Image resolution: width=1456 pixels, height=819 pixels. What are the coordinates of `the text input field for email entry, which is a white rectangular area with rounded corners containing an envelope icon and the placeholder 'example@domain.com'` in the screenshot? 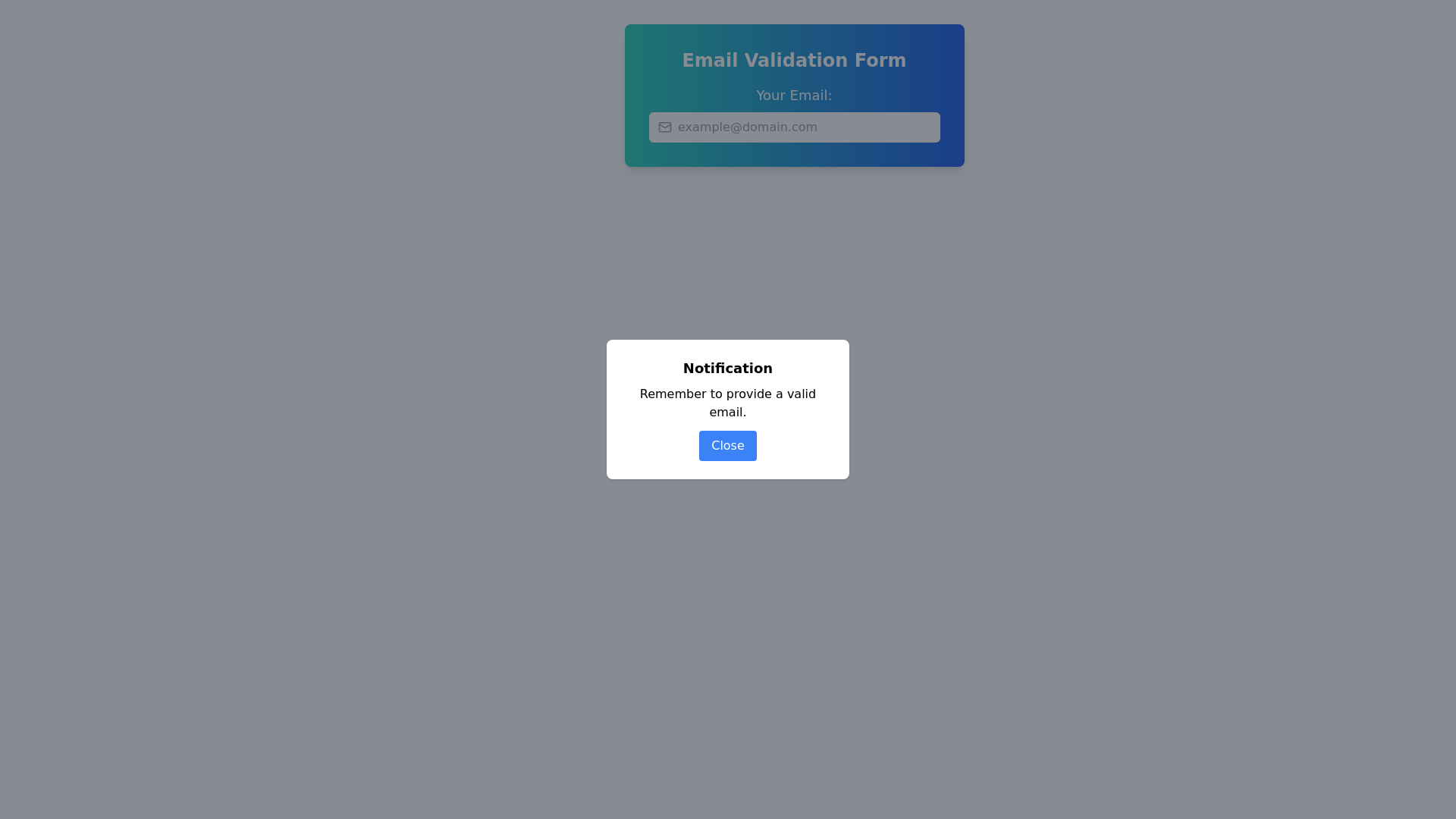 It's located at (793, 127).